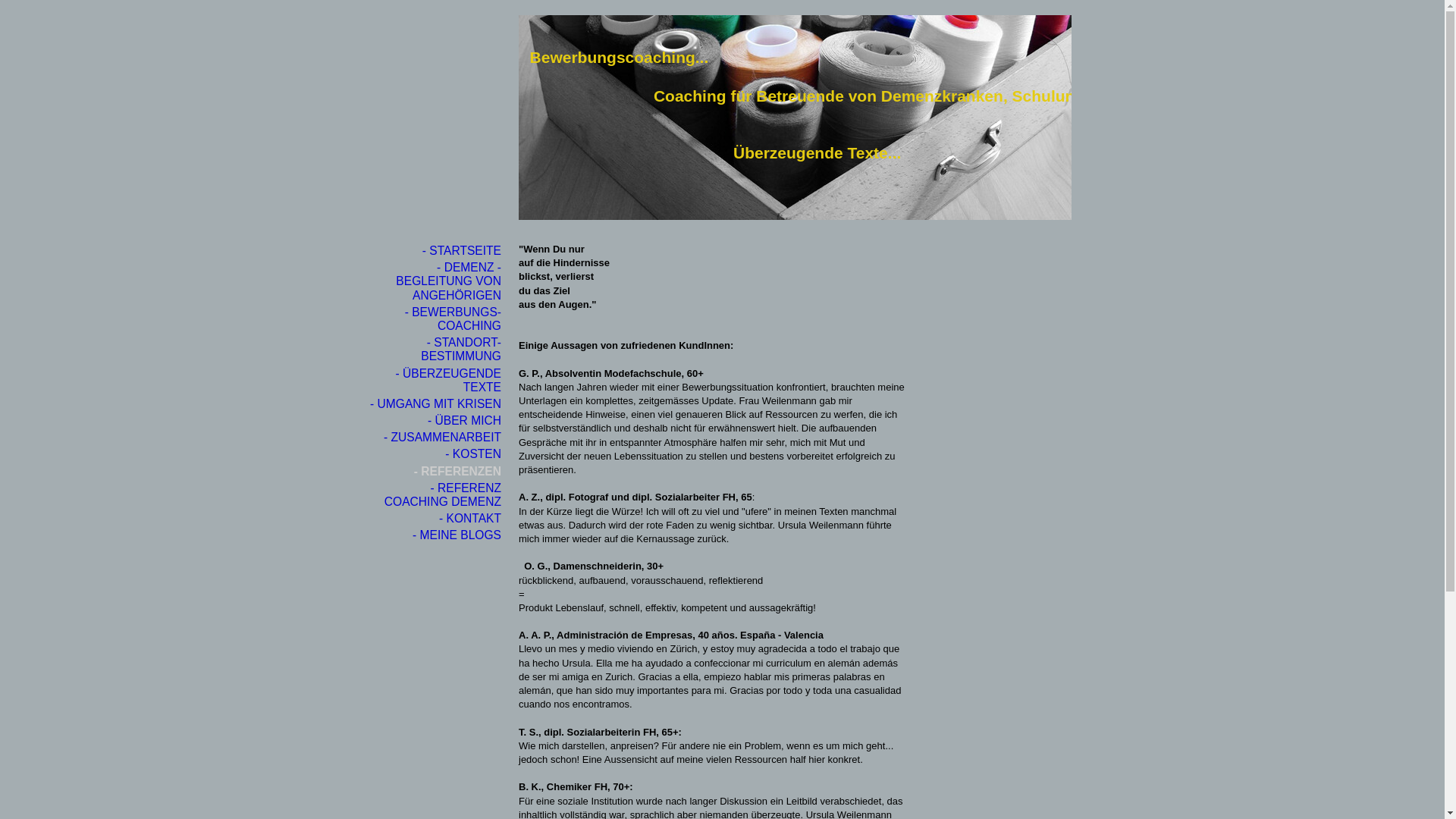 The image size is (1456, 819). What do you see at coordinates (369, 318) in the screenshot?
I see `'- BEWERBUNGS-COACHING'` at bounding box center [369, 318].